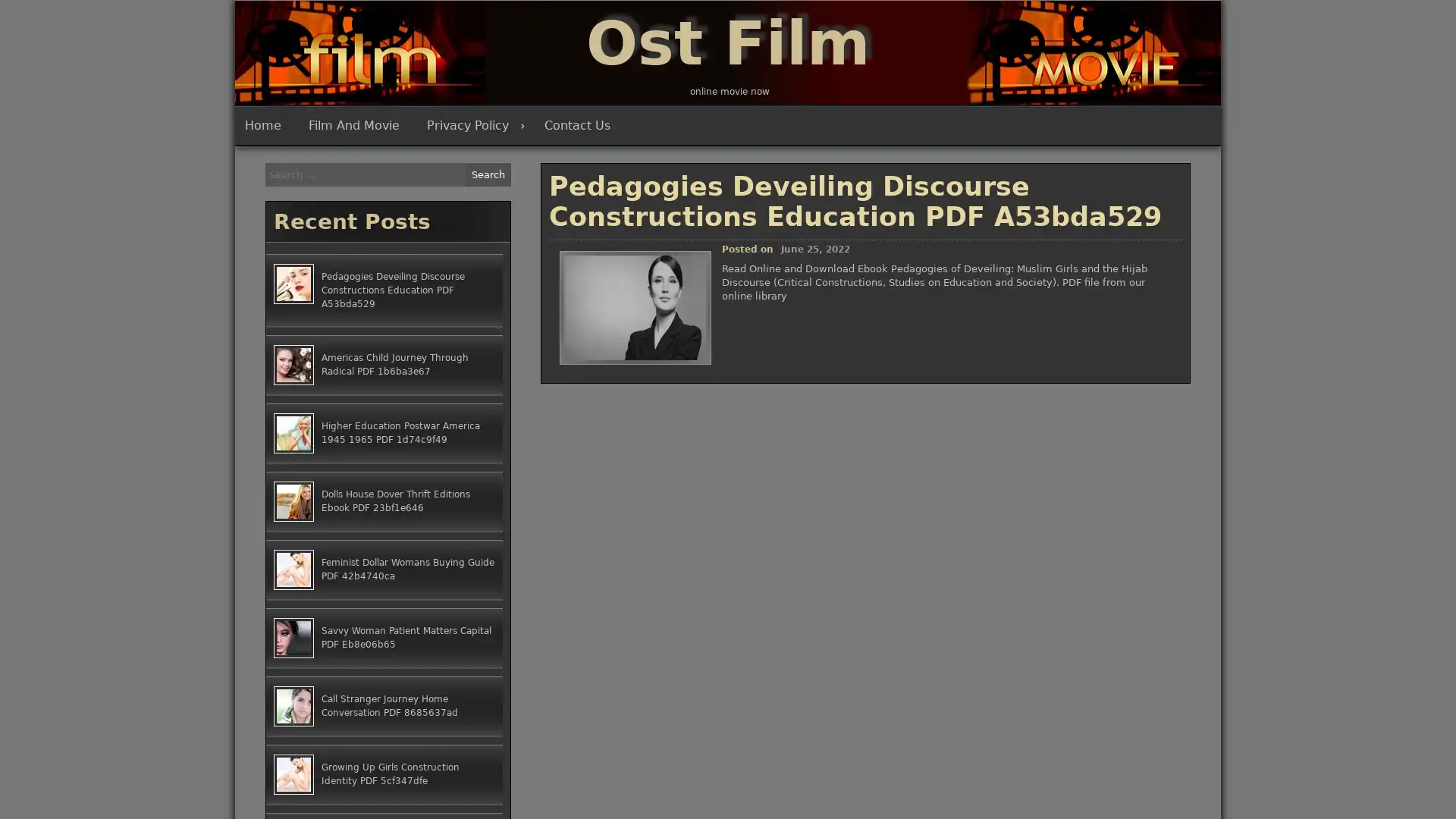  I want to click on Search, so click(488, 174).